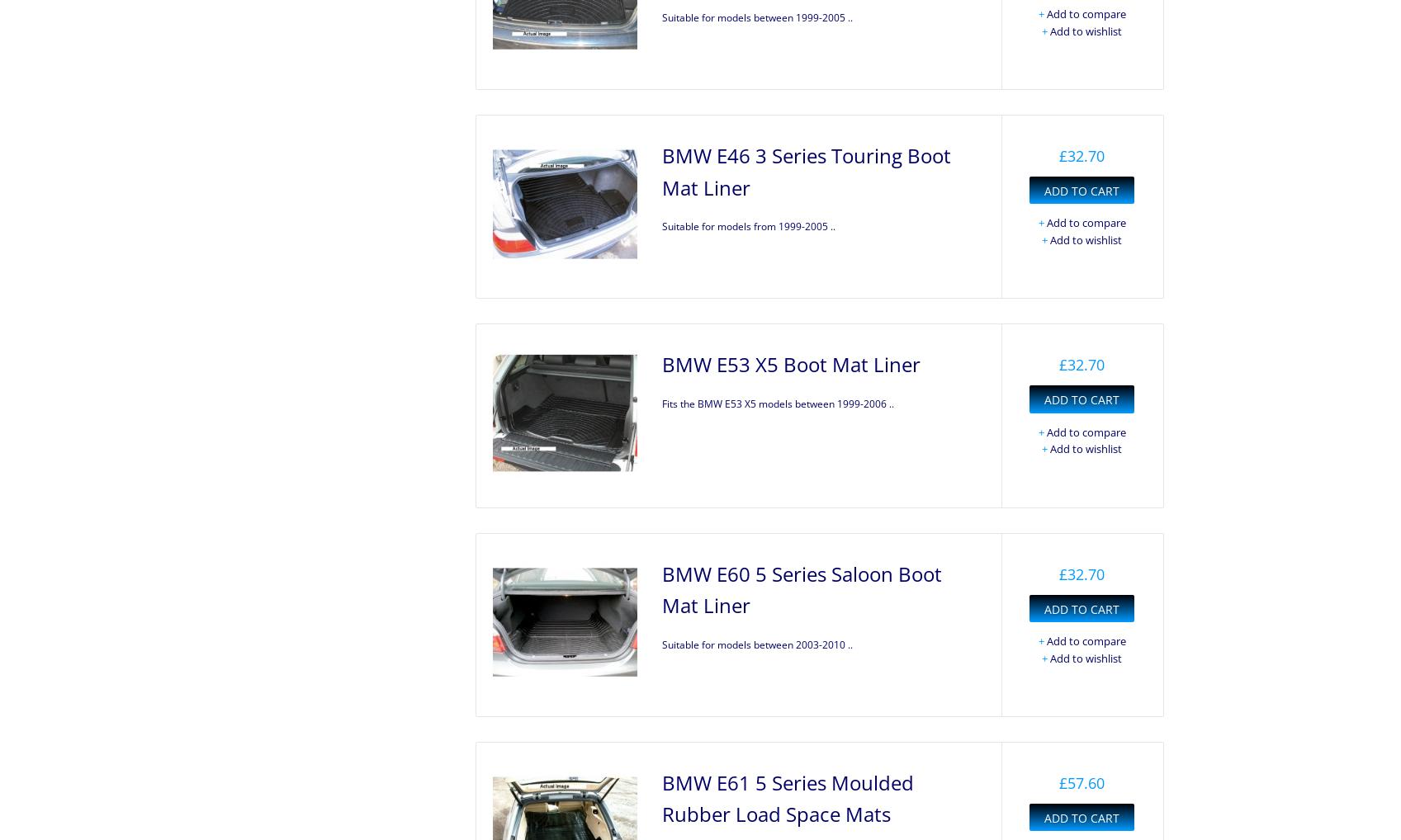 This screenshot has width=1401, height=840. Describe the element at coordinates (756, 644) in the screenshot. I see `'Suitable for models between 2003-2010
..'` at that location.